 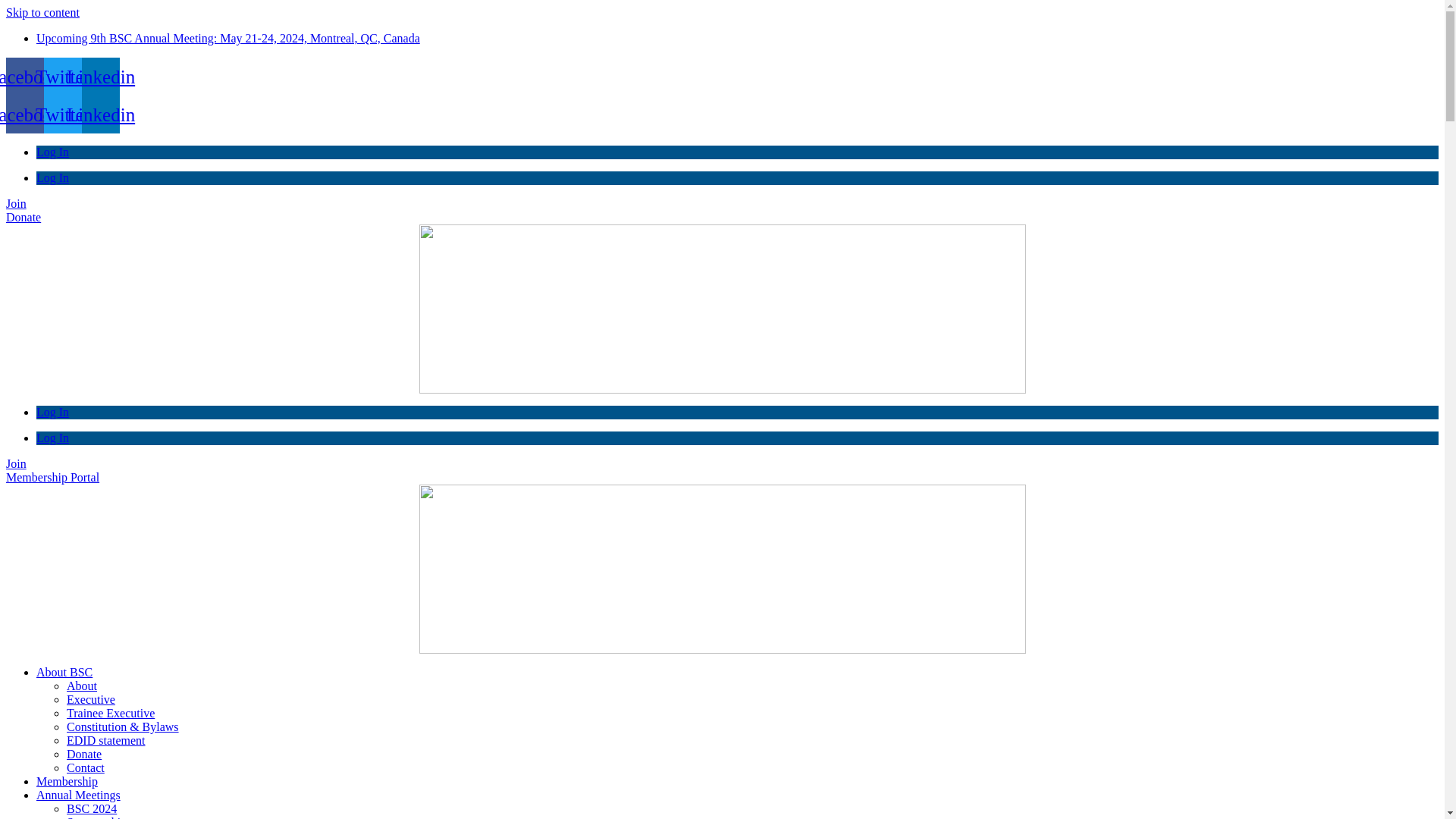 I want to click on 'BSC 2024', so click(x=90, y=808).